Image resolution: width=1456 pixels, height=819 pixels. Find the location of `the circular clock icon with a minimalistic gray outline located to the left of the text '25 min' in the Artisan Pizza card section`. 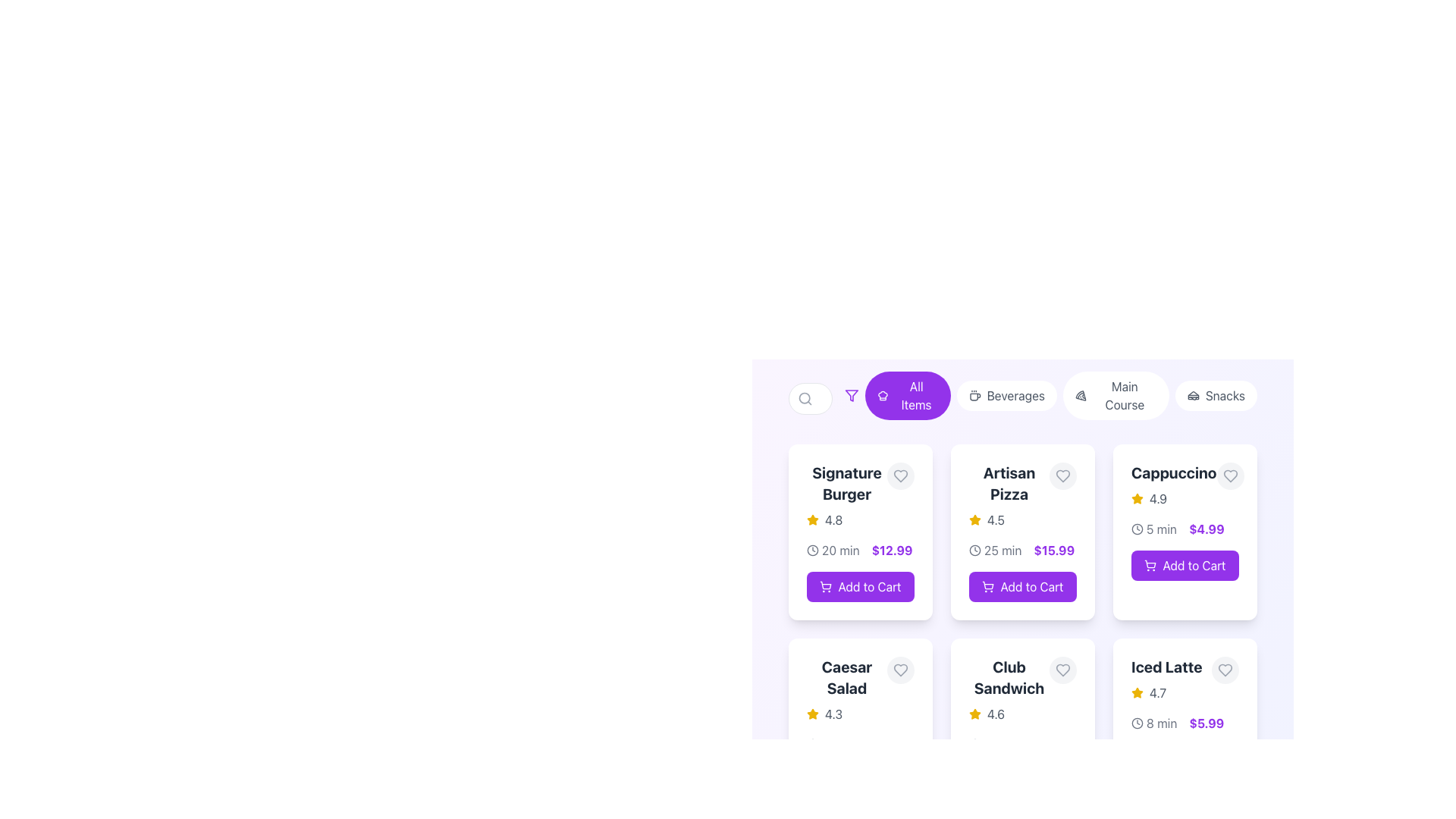

the circular clock icon with a minimalistic gray outline located to the left of the text '25 min' in the Artisan Pizza card section is located at coordinates (975, 550).